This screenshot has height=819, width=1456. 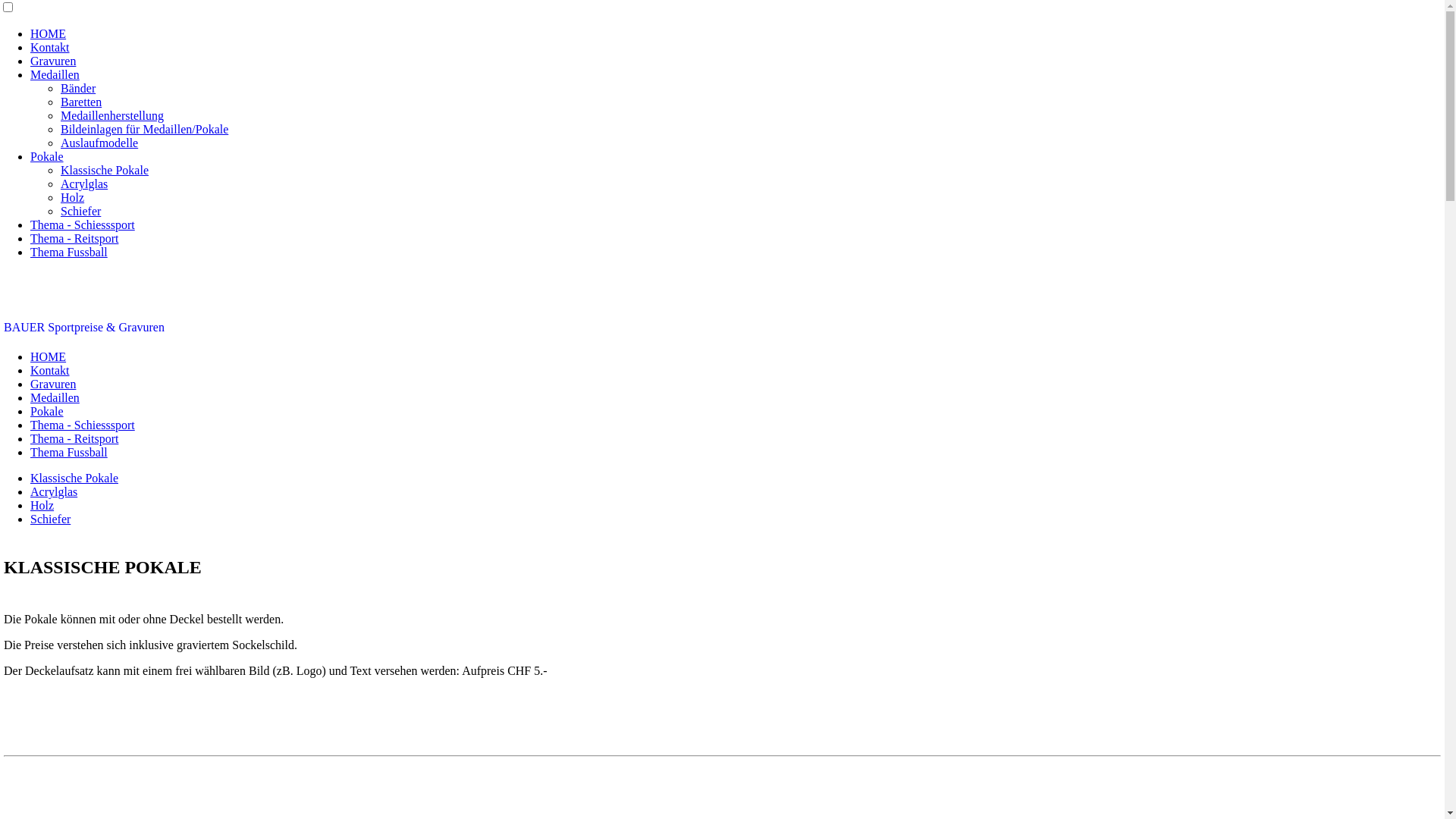 I want to click on 'Acrylglas', so click(x=83, y=183).